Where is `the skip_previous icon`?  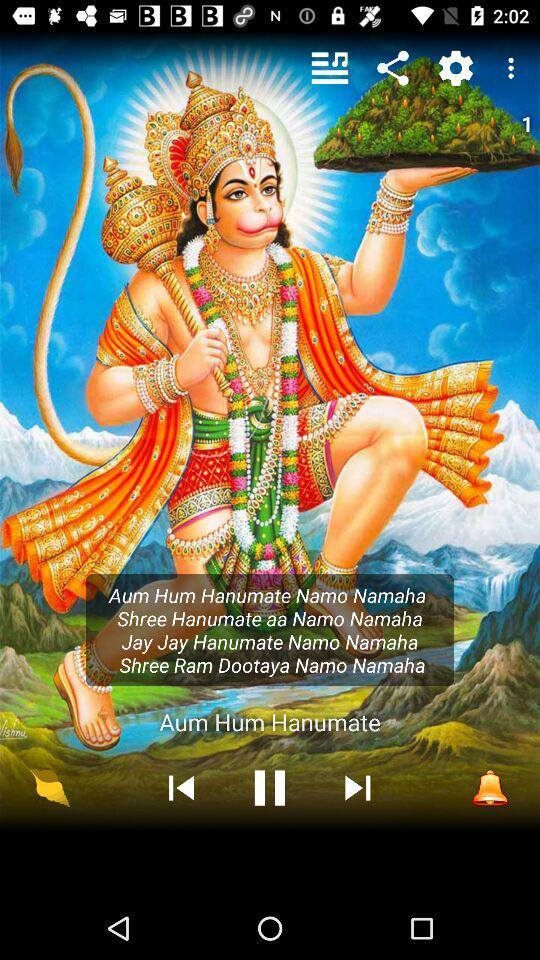 the skip_previous icon is located at coordinates (181, 788).